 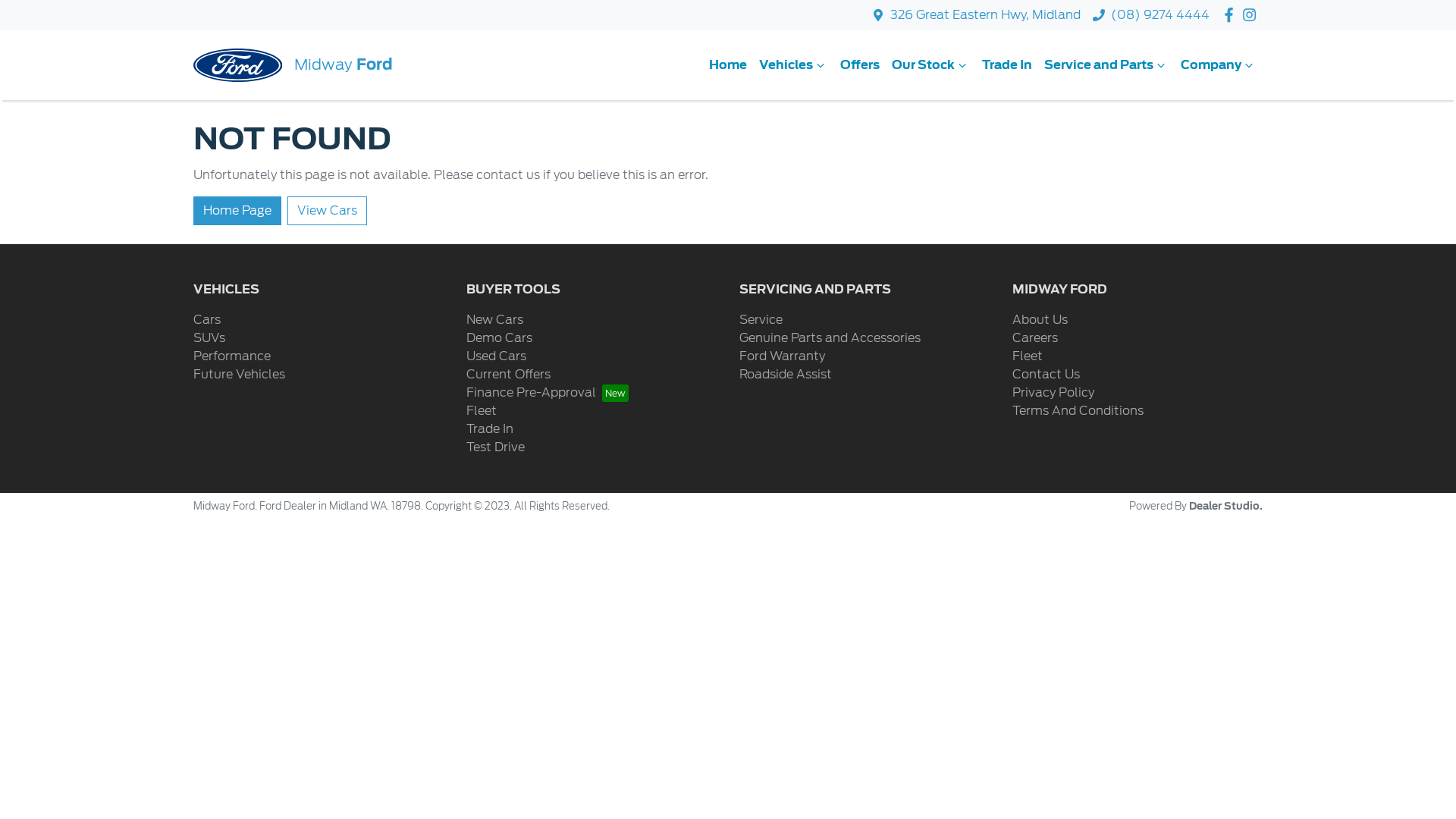 I want to click on 'Contact Us', so click(x=1045, y=374).